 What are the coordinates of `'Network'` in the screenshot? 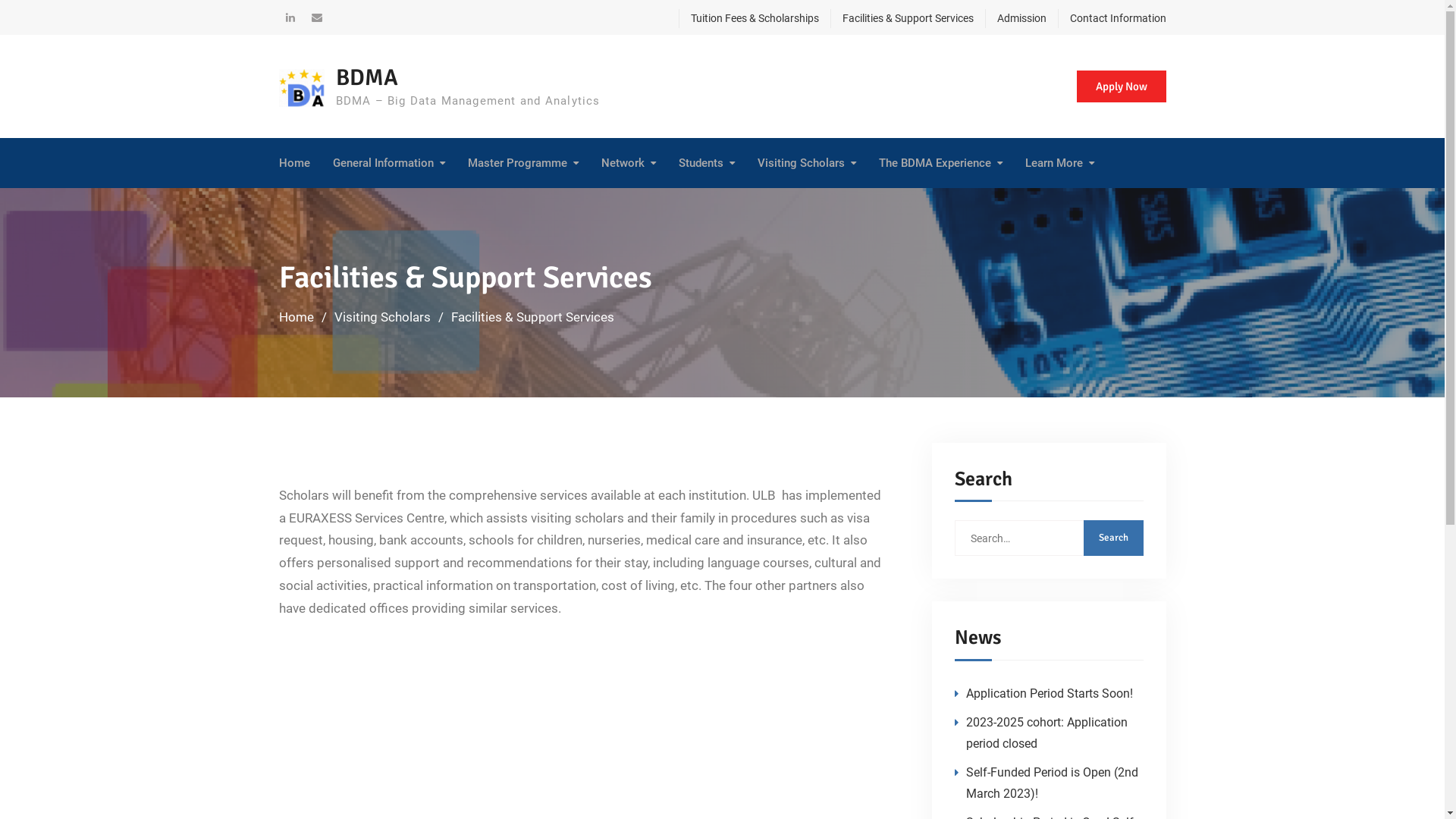 It's located at (628, 163).